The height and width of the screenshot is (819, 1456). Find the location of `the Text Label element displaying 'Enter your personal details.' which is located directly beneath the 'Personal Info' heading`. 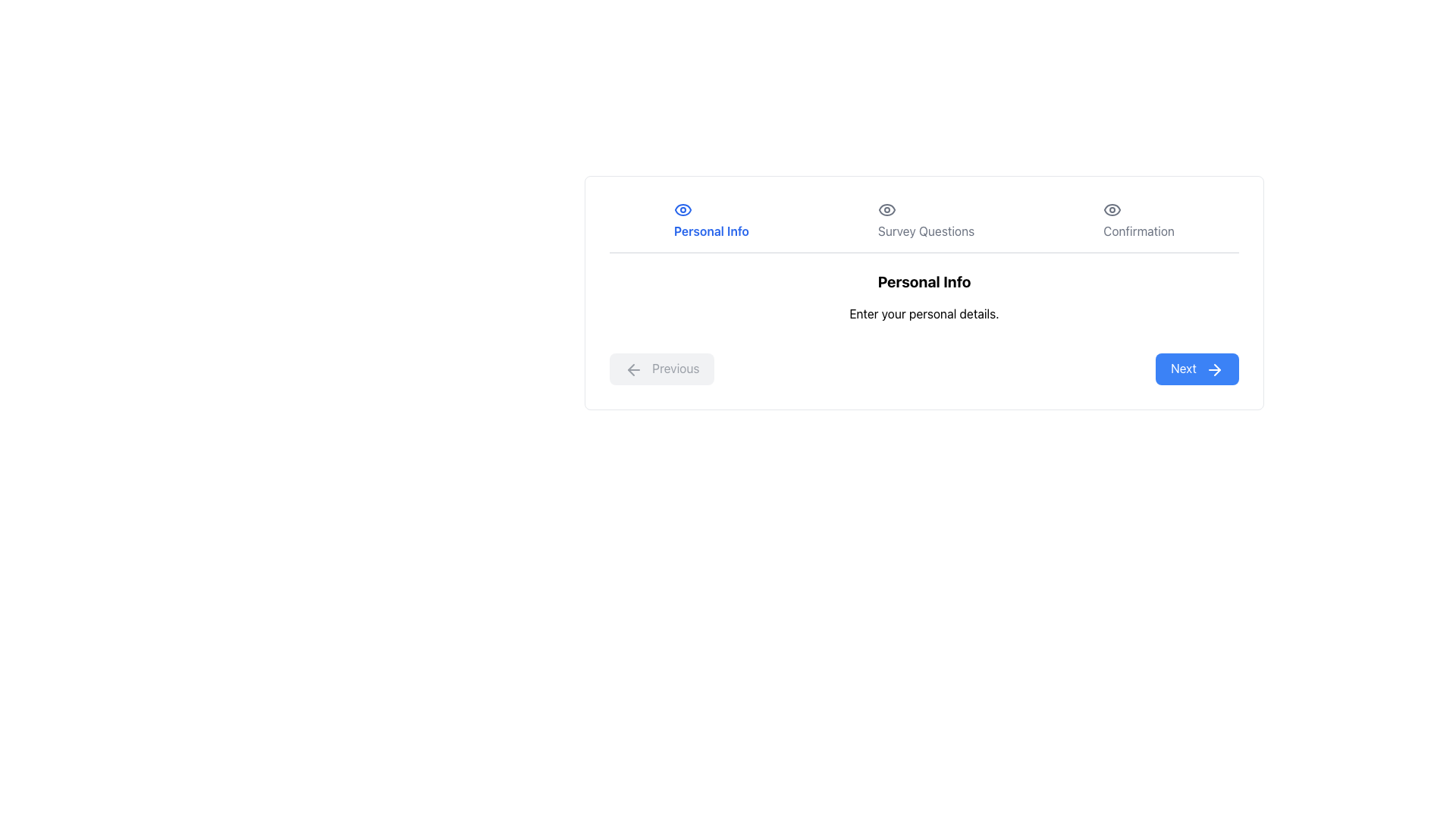

the Text Label element displaying 'Enter your personal details.' which is located directly beneath the 'Personal Info' heading is located at coordinates (924, 312).